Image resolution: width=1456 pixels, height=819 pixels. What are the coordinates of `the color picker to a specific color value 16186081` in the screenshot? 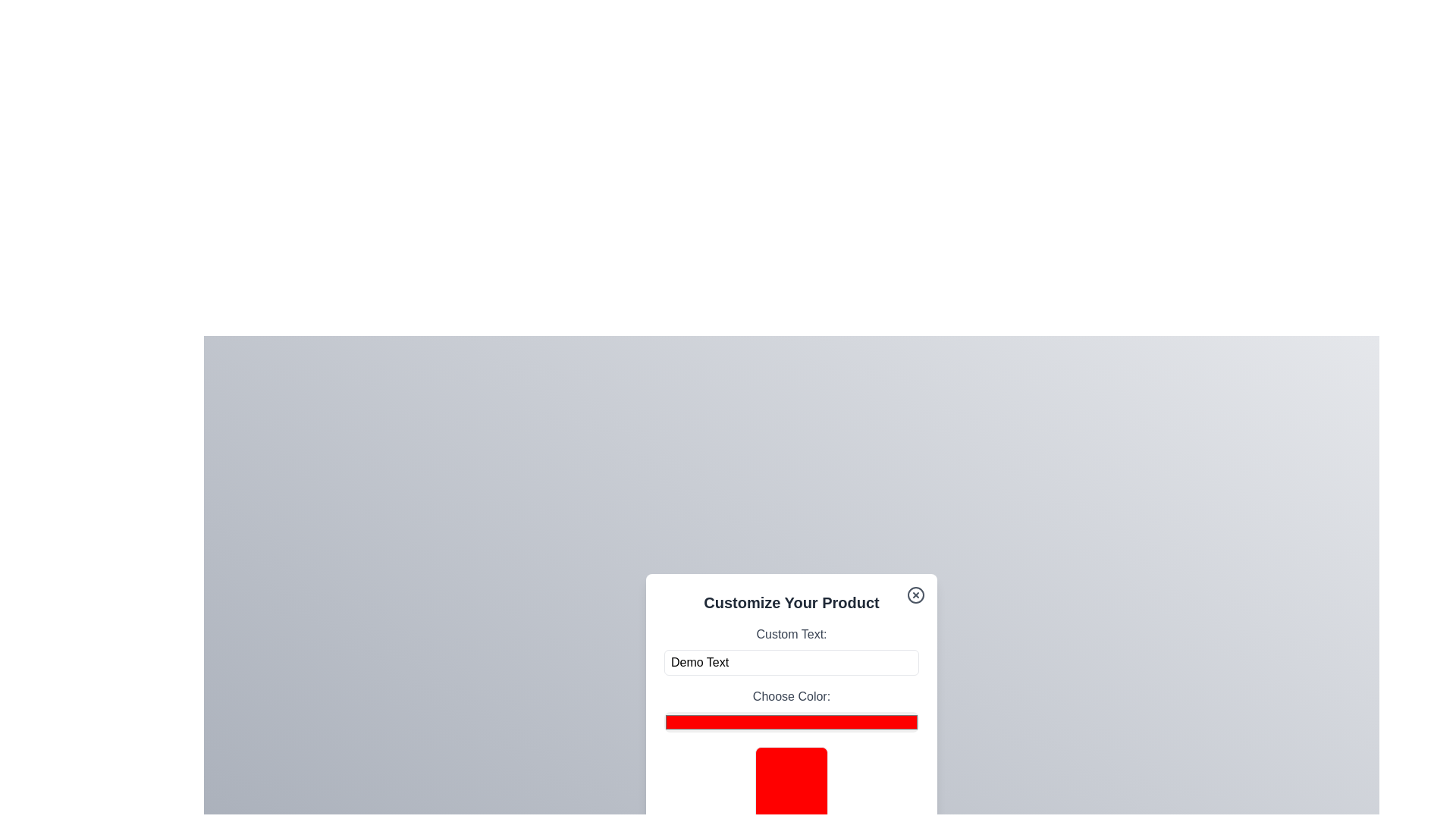 It's located at (790, 721).